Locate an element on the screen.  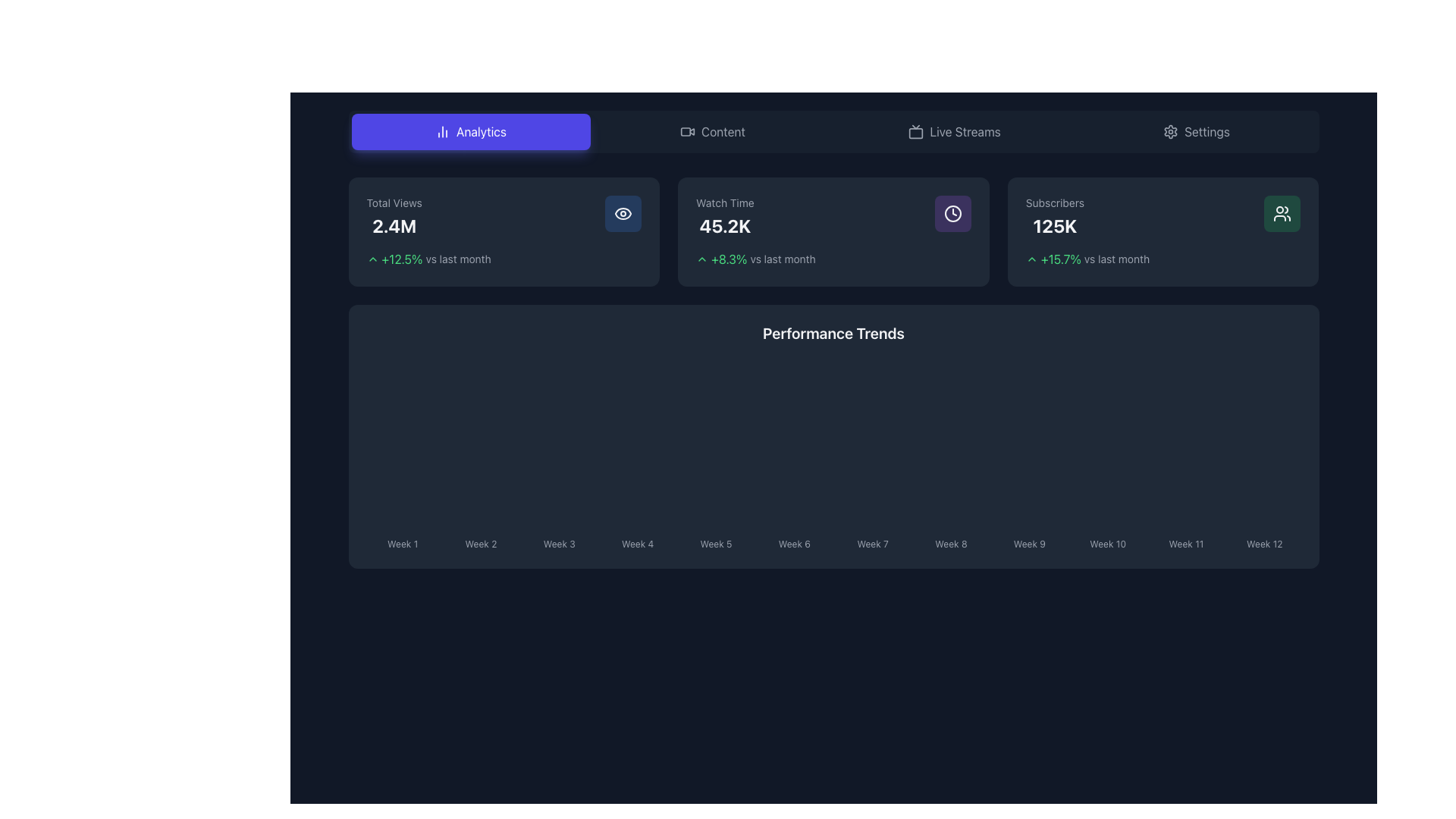
the icon button in the Subscribers panel located at the upper-right corner next to the '125K' label is located at coordinates (1282, 213).